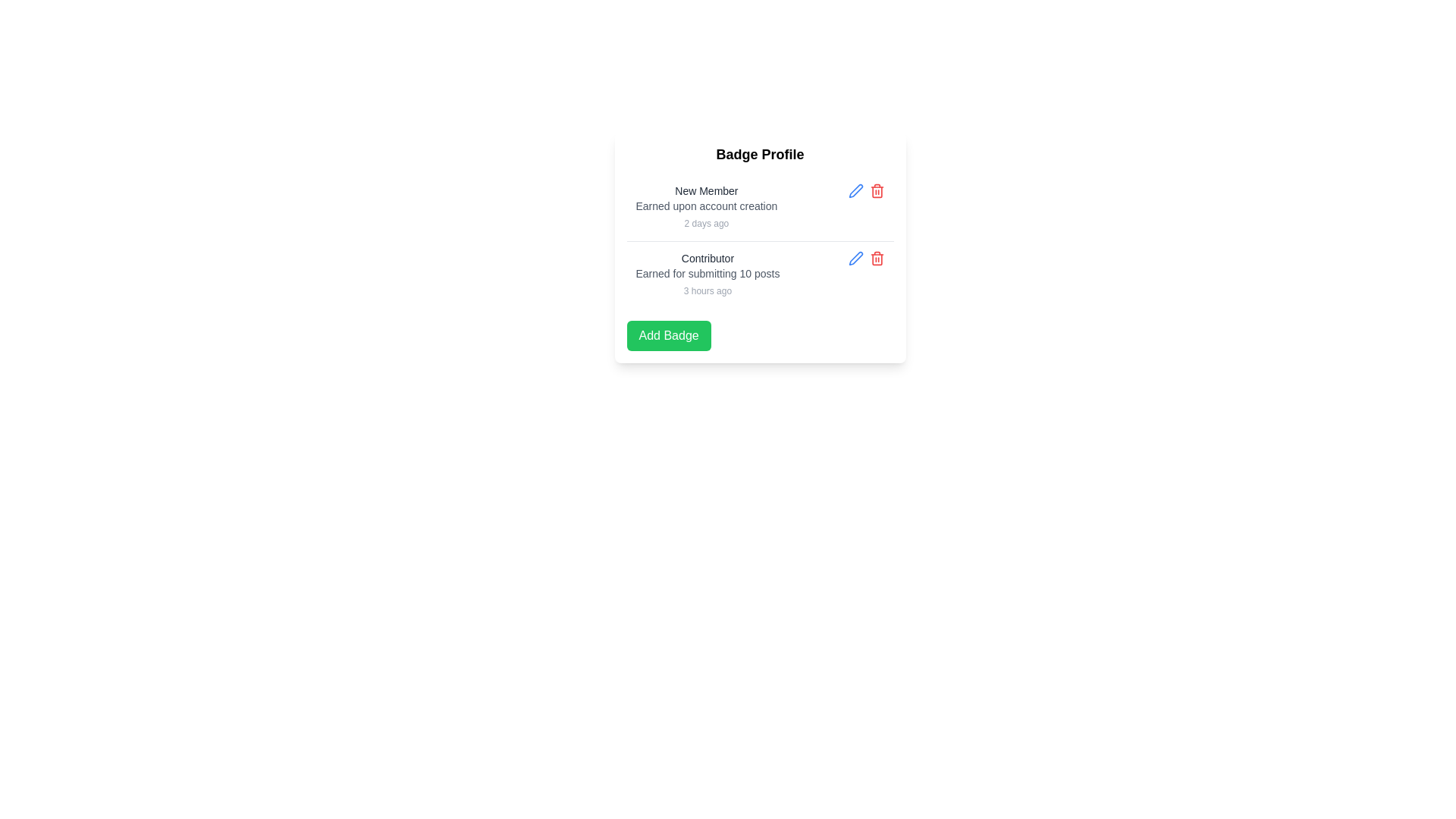 This screenshot has width=1456, height=819. What do you see at coordinates (877, 257) in the screenshot?
I see `the red-colored trash icon in the Badge Profile section` at bounding box center [877, 257].